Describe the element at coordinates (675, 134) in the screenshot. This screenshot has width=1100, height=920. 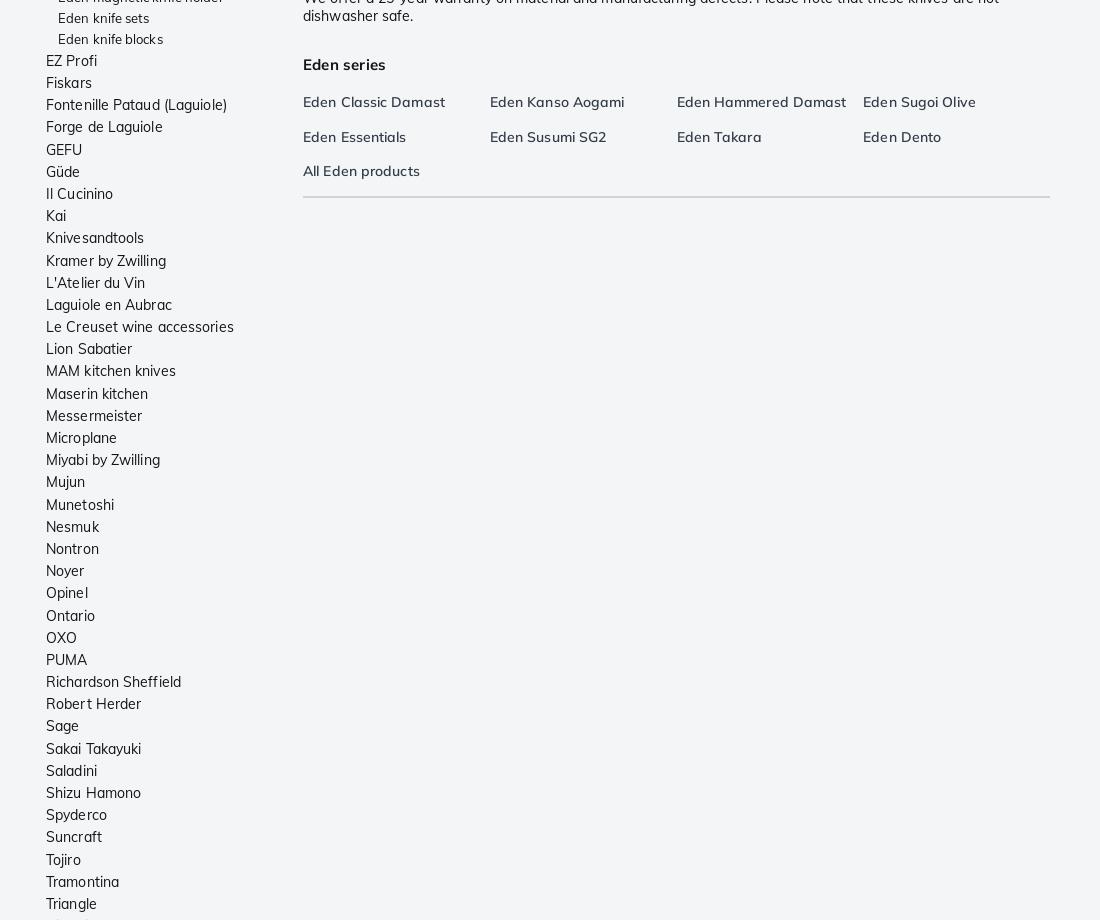
I see `'Eden Takara'` at that location.